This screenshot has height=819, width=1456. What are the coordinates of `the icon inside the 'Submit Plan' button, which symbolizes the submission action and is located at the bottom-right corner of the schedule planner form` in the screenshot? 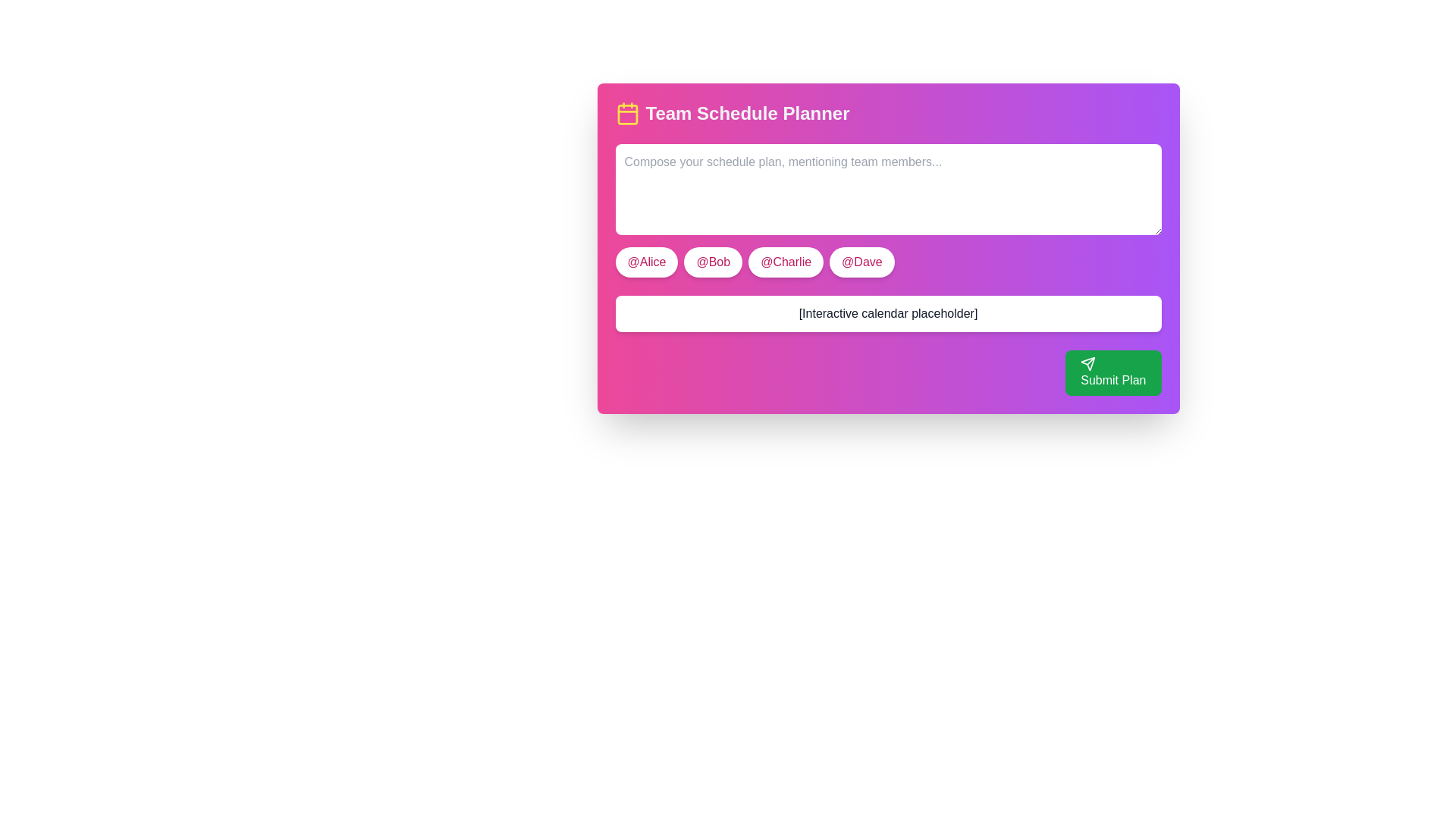 It's located at (1087, 363).